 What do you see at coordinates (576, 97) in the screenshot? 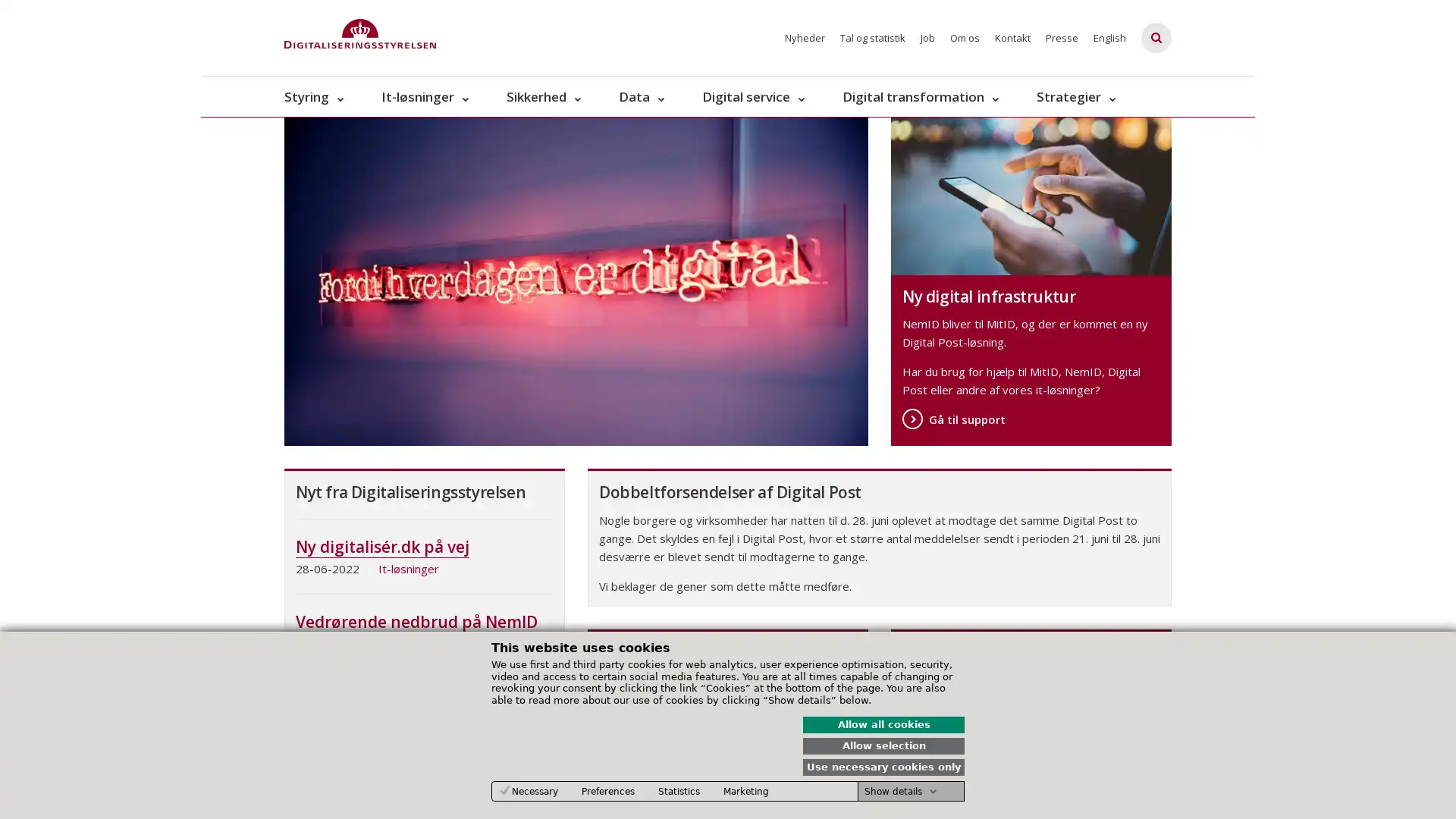
I see `Sikkerhed - flere links` at bounding box center [576, 97].